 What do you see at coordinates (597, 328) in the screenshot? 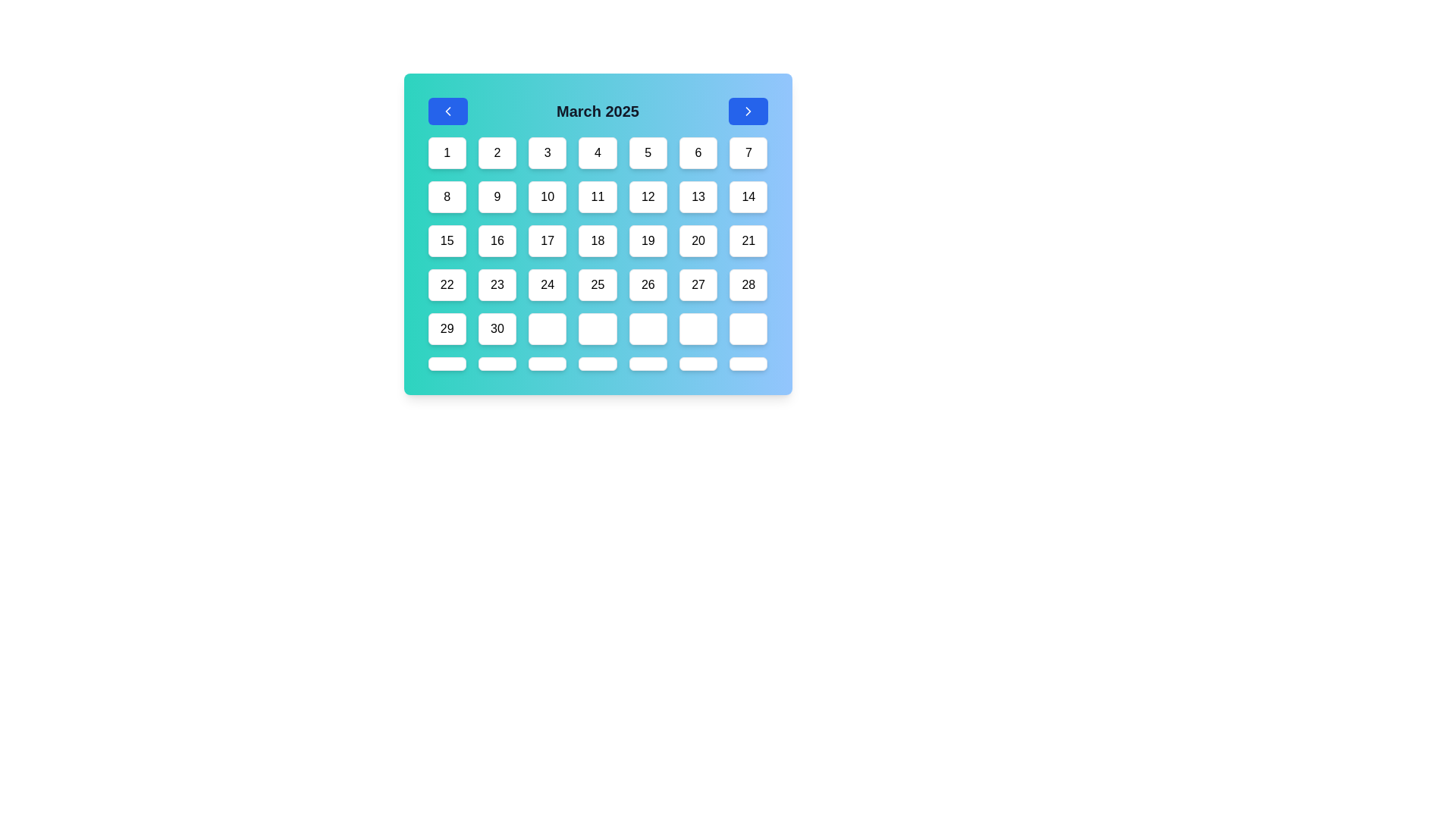
I see `the fourth button in the last row of the calendar grid` at bounding box center [597, 328].